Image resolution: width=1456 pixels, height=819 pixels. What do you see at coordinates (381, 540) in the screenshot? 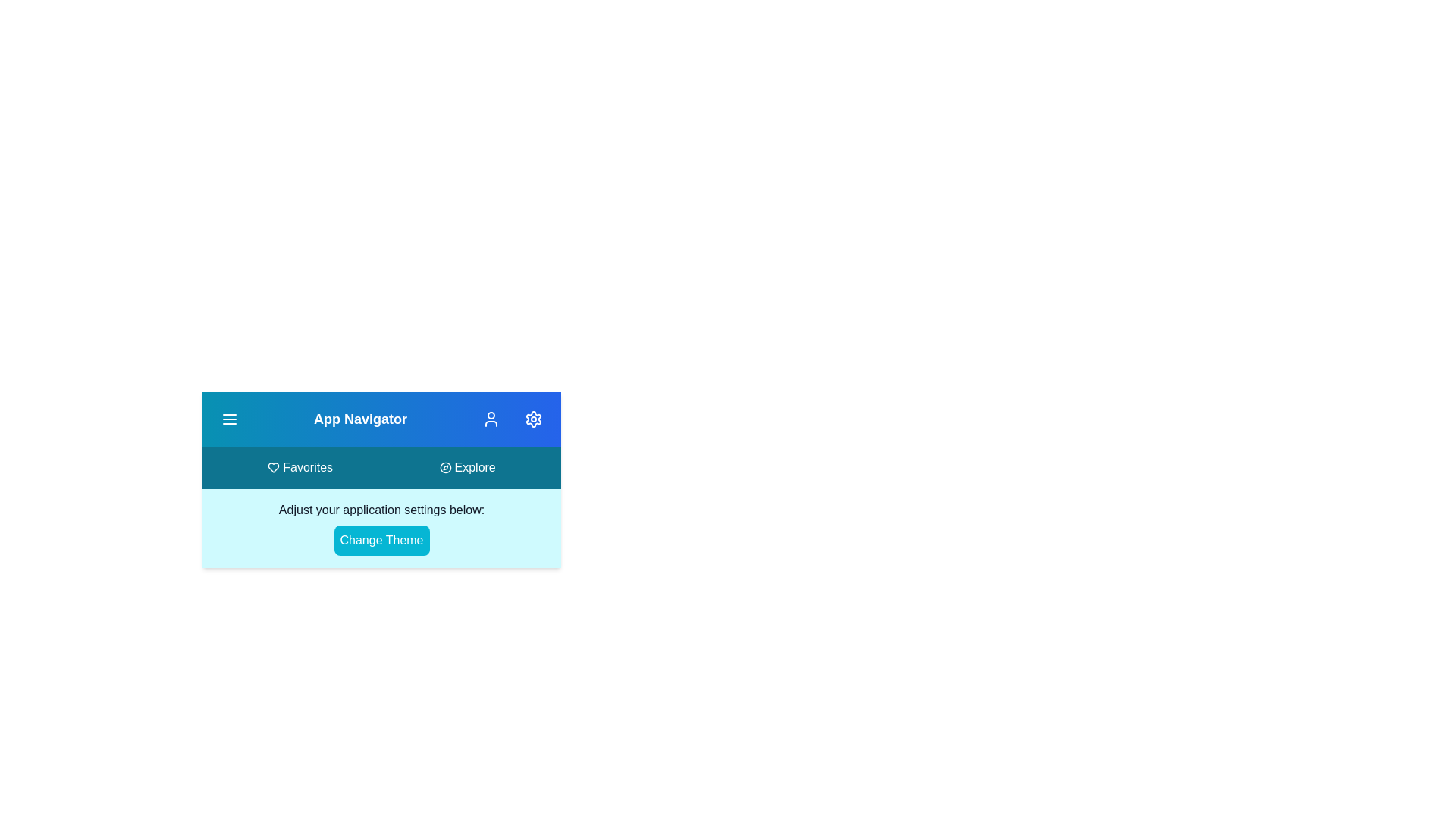
I see `the theme change button located below the text 'Adjust your application settings below:' in the settings panel` at bounding box center [381, 540].